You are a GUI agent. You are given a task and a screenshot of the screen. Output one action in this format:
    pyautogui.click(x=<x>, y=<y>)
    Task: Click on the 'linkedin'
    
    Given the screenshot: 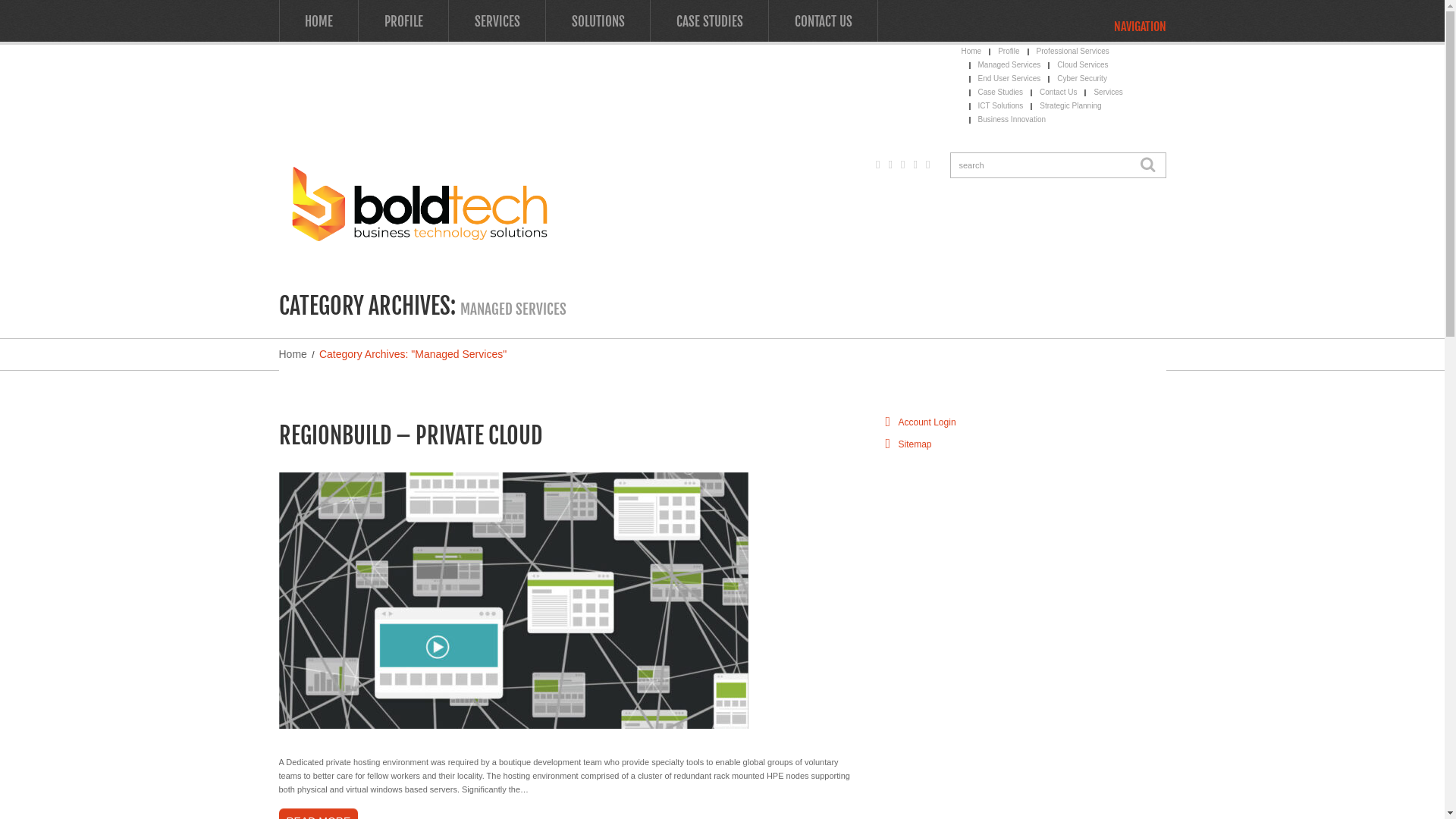 What is the action you would take?
    pyautogui.click(x=927, y=164)
    